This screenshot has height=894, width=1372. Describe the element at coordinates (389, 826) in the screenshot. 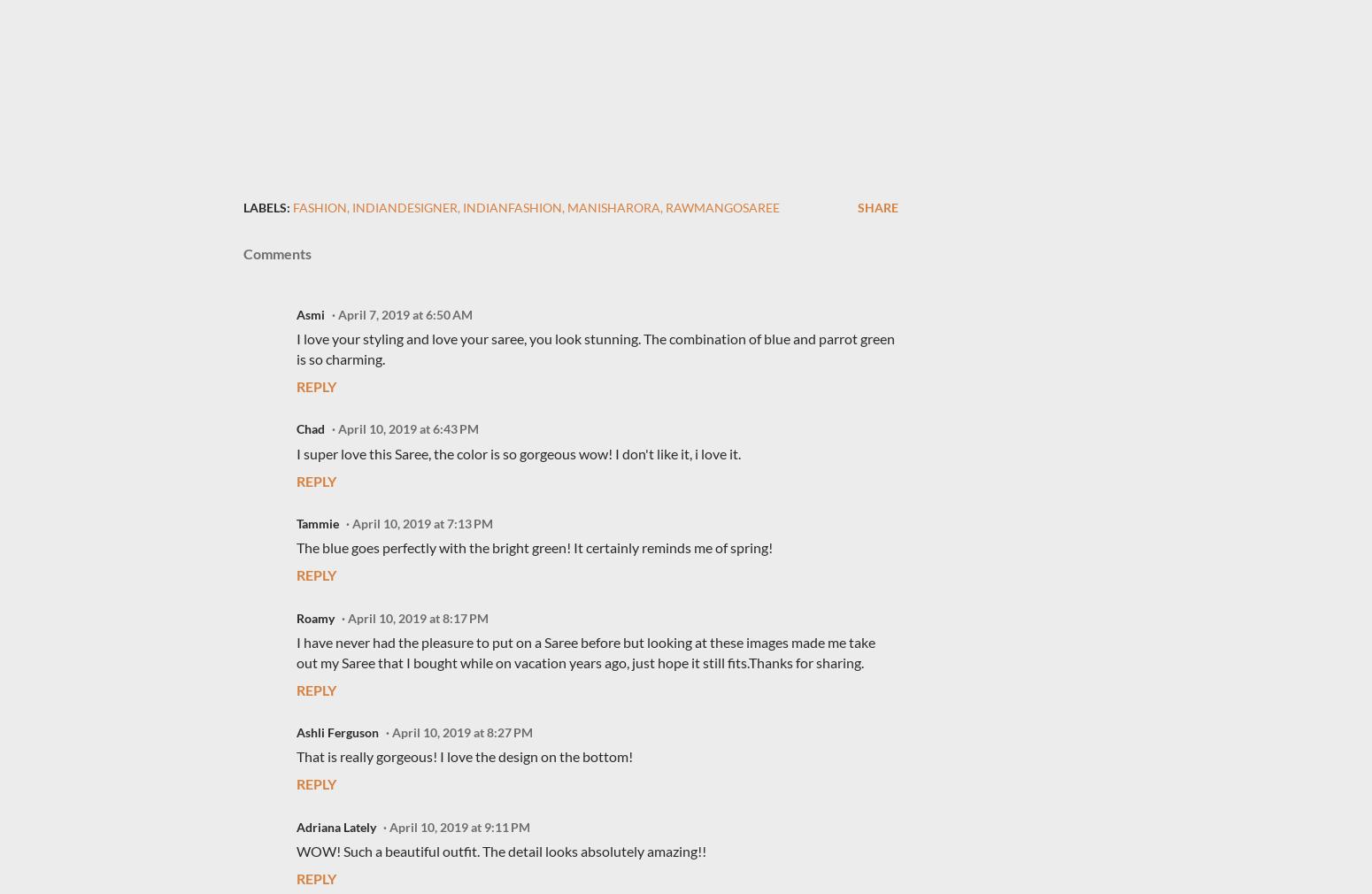

I see `'April 10, 2019 at 9:11 PM'` at that location.